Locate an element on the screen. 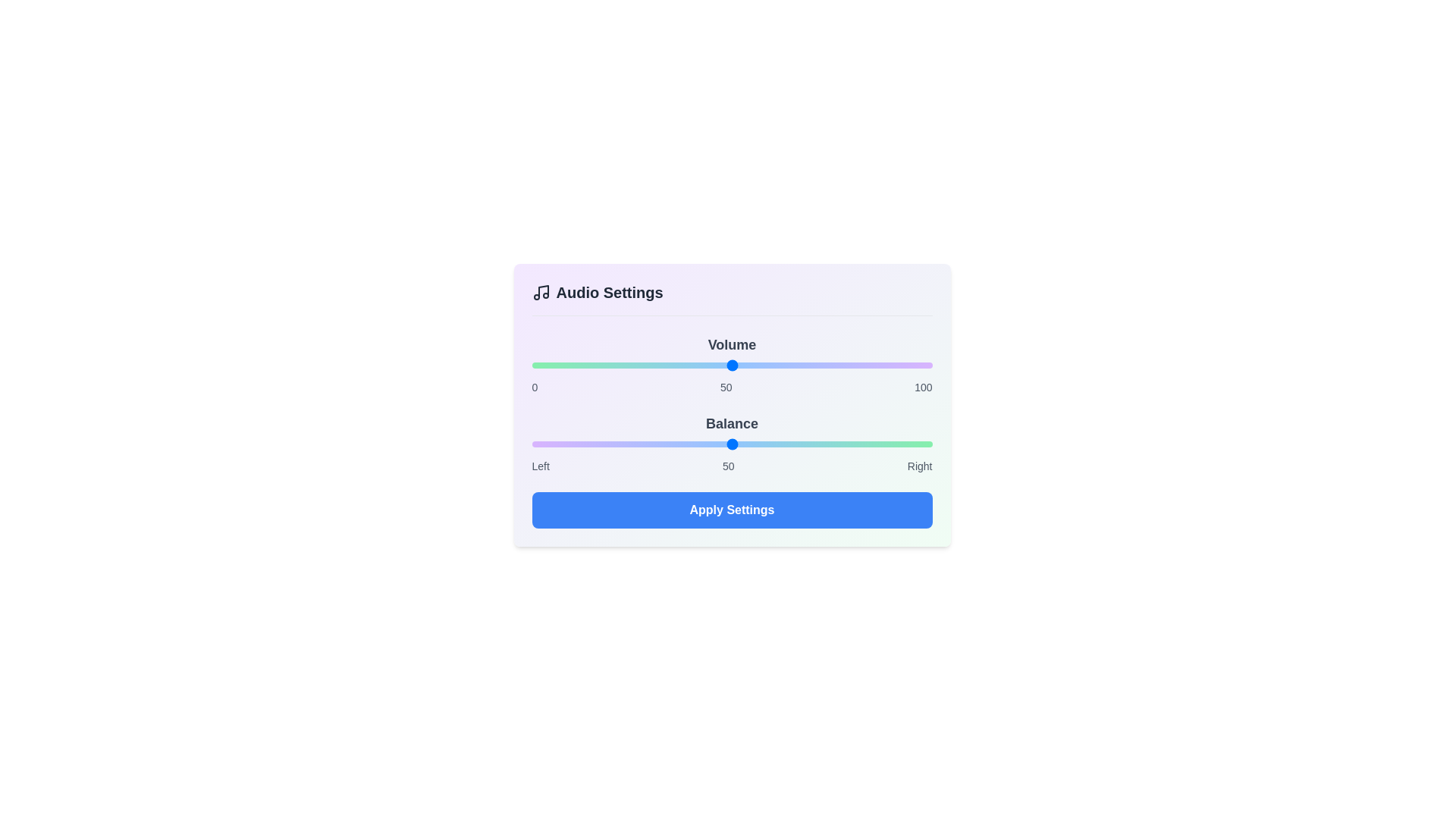 The height and width of the screenshot is (819, 1456). balance is located at coordinates (559, 444).